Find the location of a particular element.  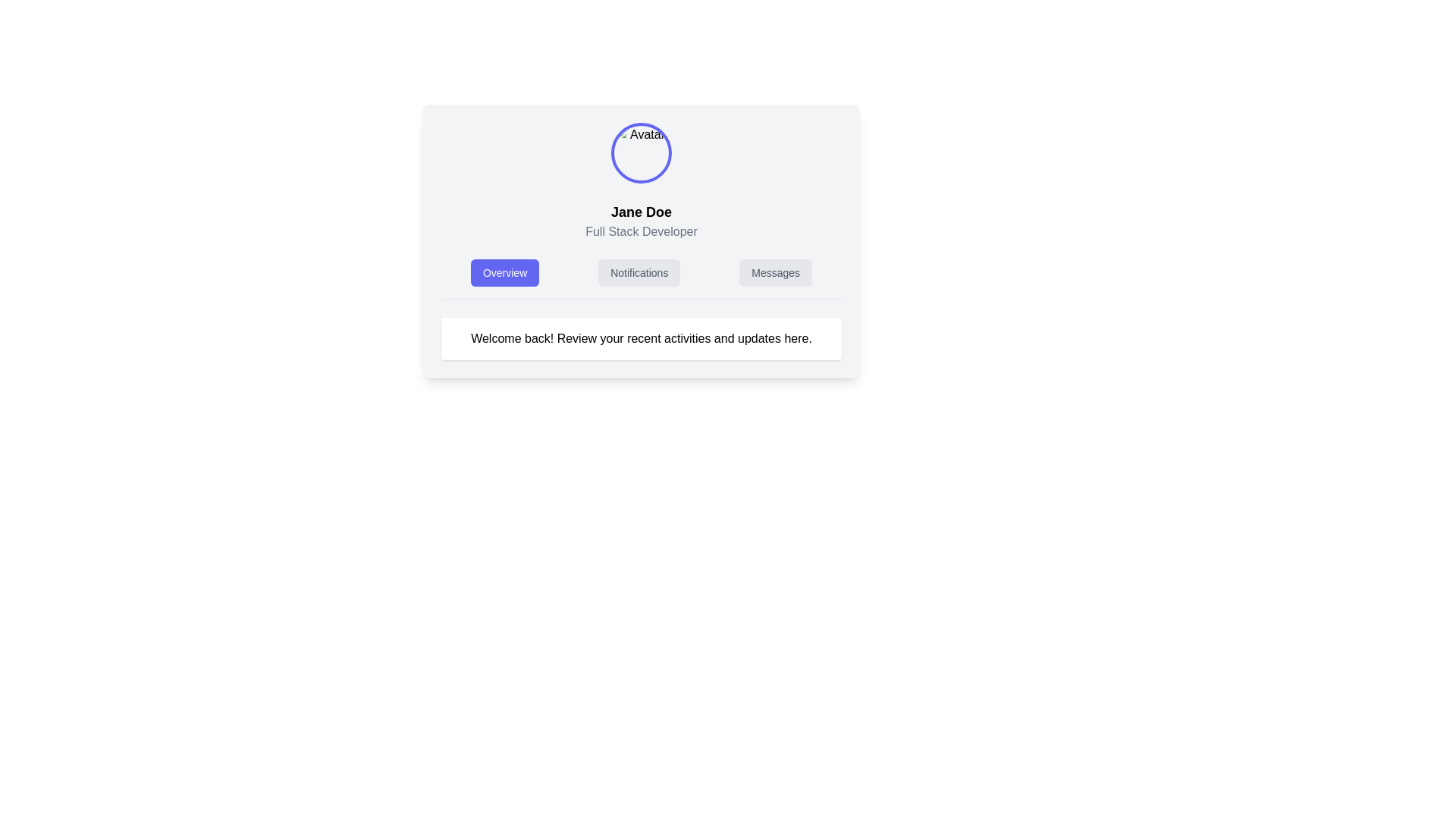

the Informational text block that displays 'Welcome back! Review your recent activities and updates here.' is located at coordinates (641, 338).